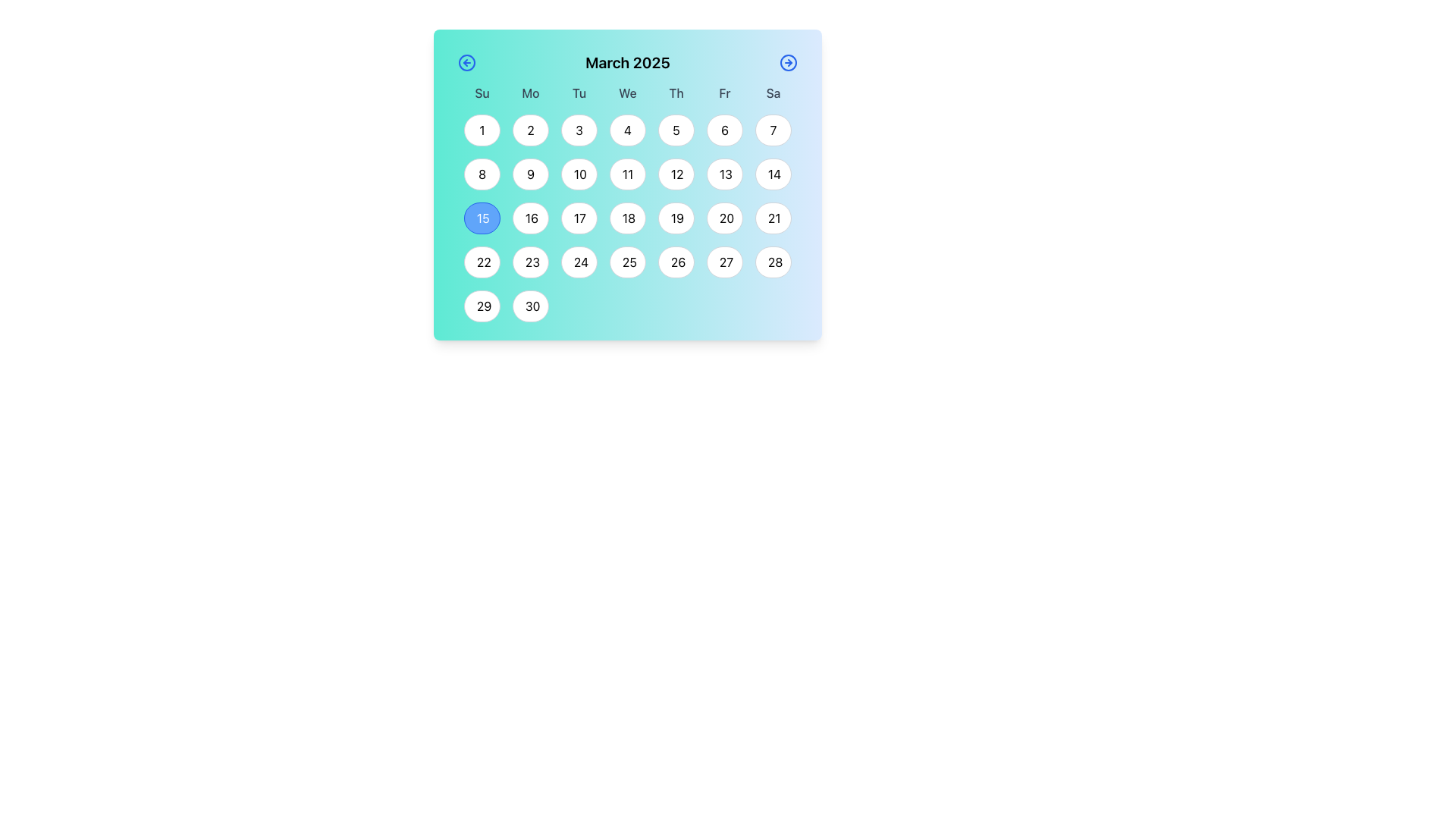  I want to click on the button representing the date March 11th, which is the fourth item in the second row of the calendar grid, so click(628, 174).